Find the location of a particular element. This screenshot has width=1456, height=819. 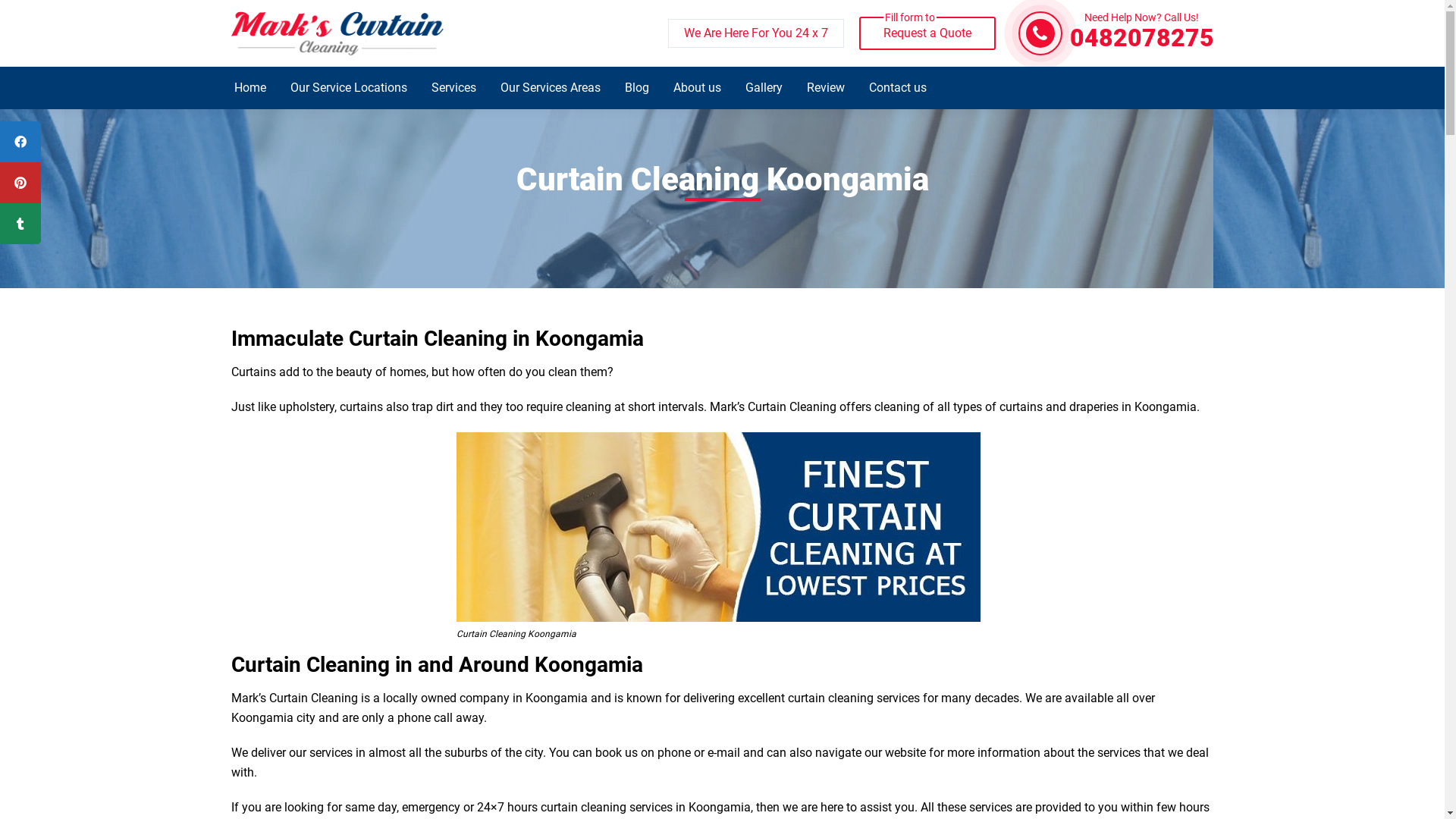

'Need Help Now? Call Us! is located at coordinates (1141, 33).